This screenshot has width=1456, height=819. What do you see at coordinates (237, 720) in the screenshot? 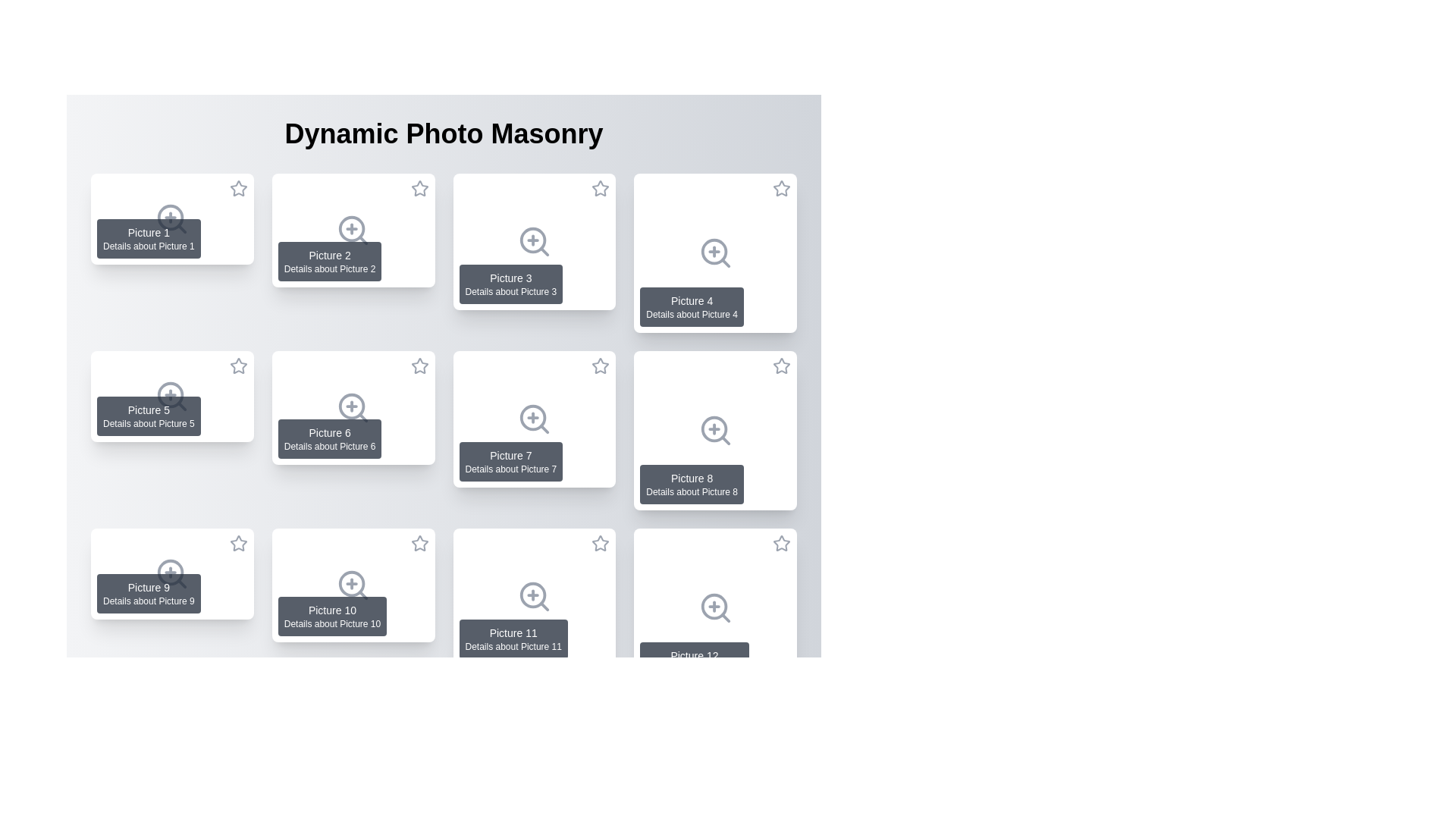
I see `the star-shaped gray button located in the top-right corner of the image labeled 'Picture 9'` at bounding box center [237, 720].